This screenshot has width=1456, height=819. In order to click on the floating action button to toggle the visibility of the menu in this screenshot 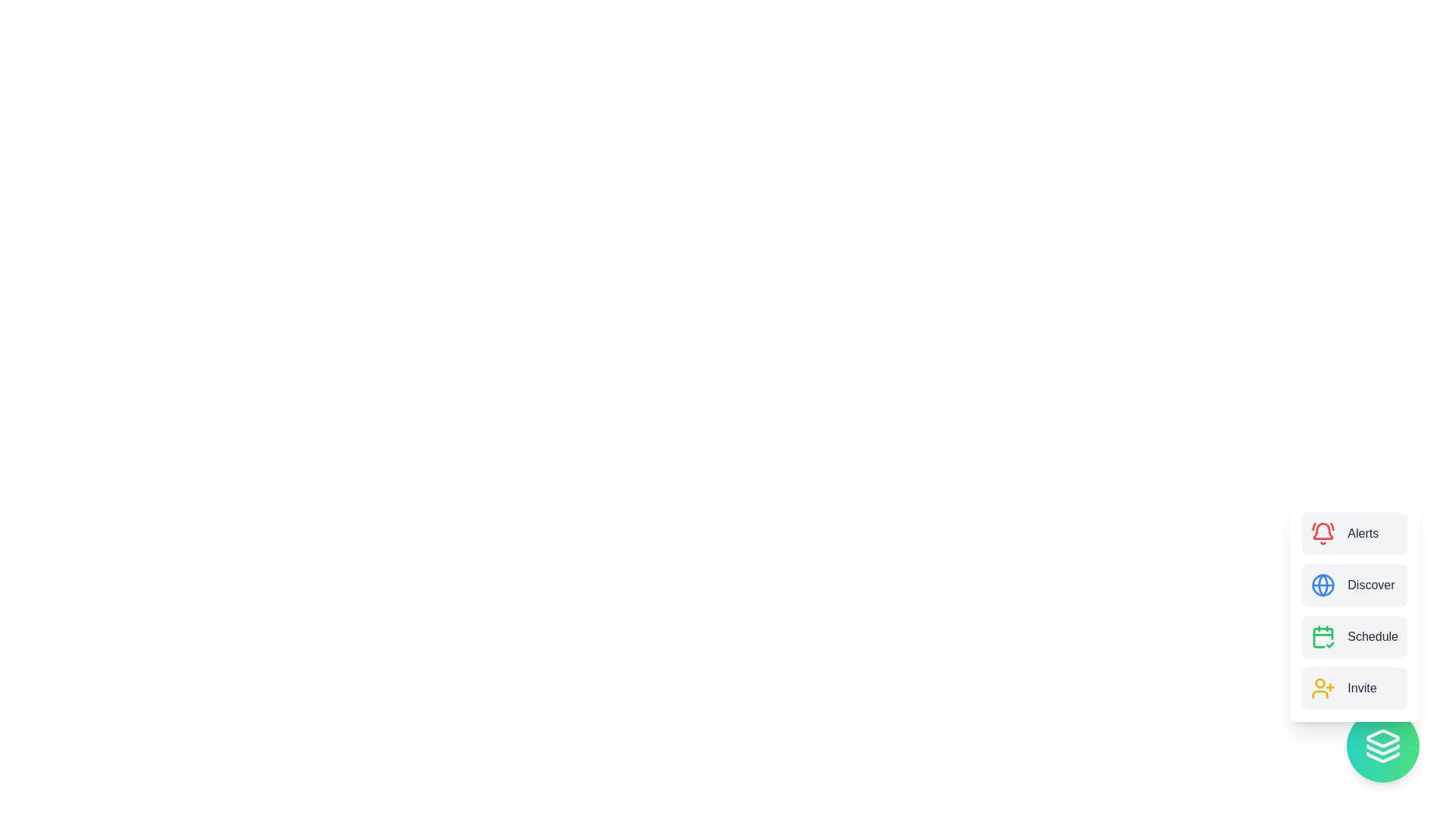, I will do `click(1383, 745)`.